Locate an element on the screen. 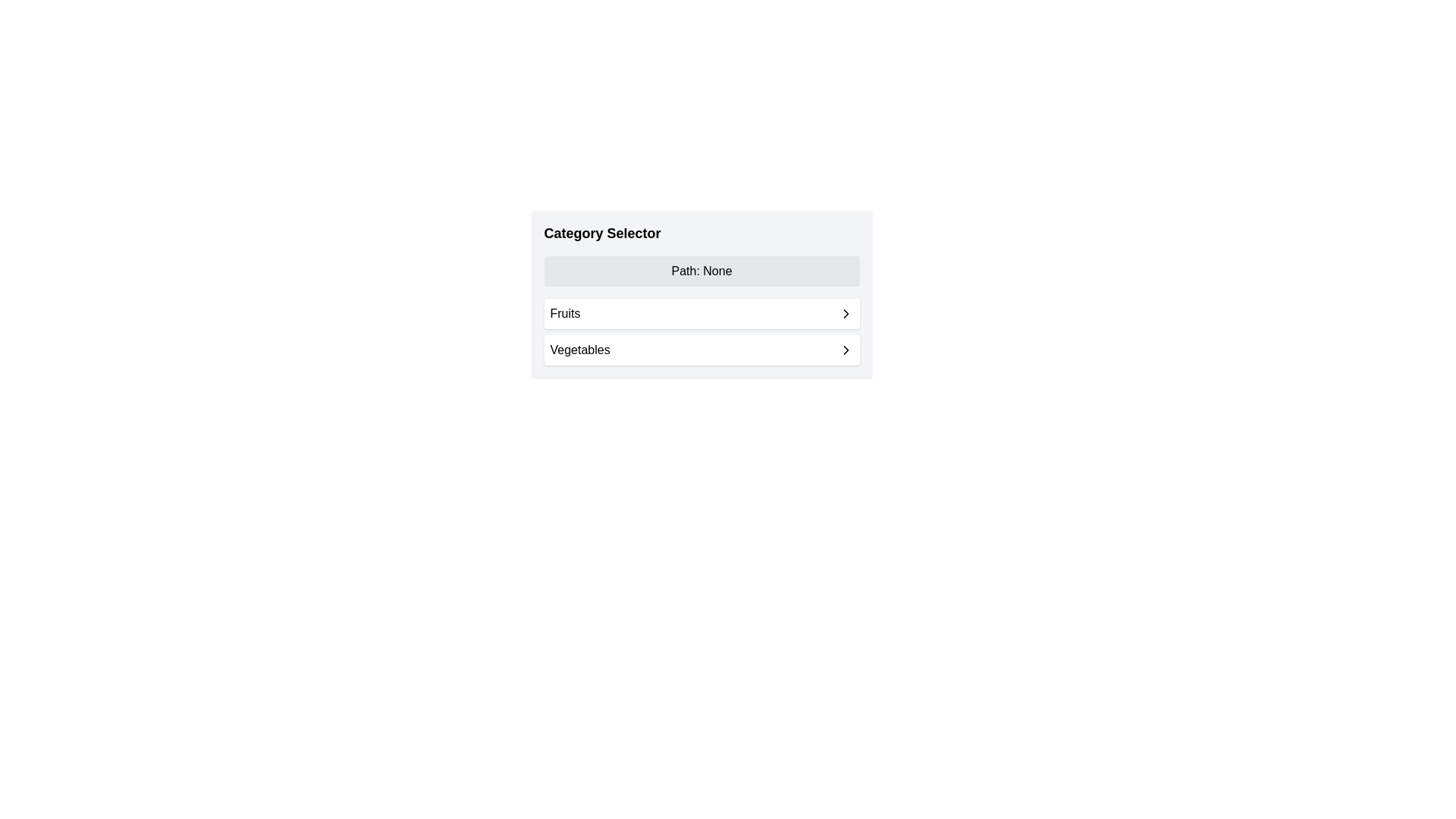 This screenshot has height=819, width=1456. the rightward-pointing chevron icon within the 'Fruits' button to initiate navigation is located at coordinates (845, 312).